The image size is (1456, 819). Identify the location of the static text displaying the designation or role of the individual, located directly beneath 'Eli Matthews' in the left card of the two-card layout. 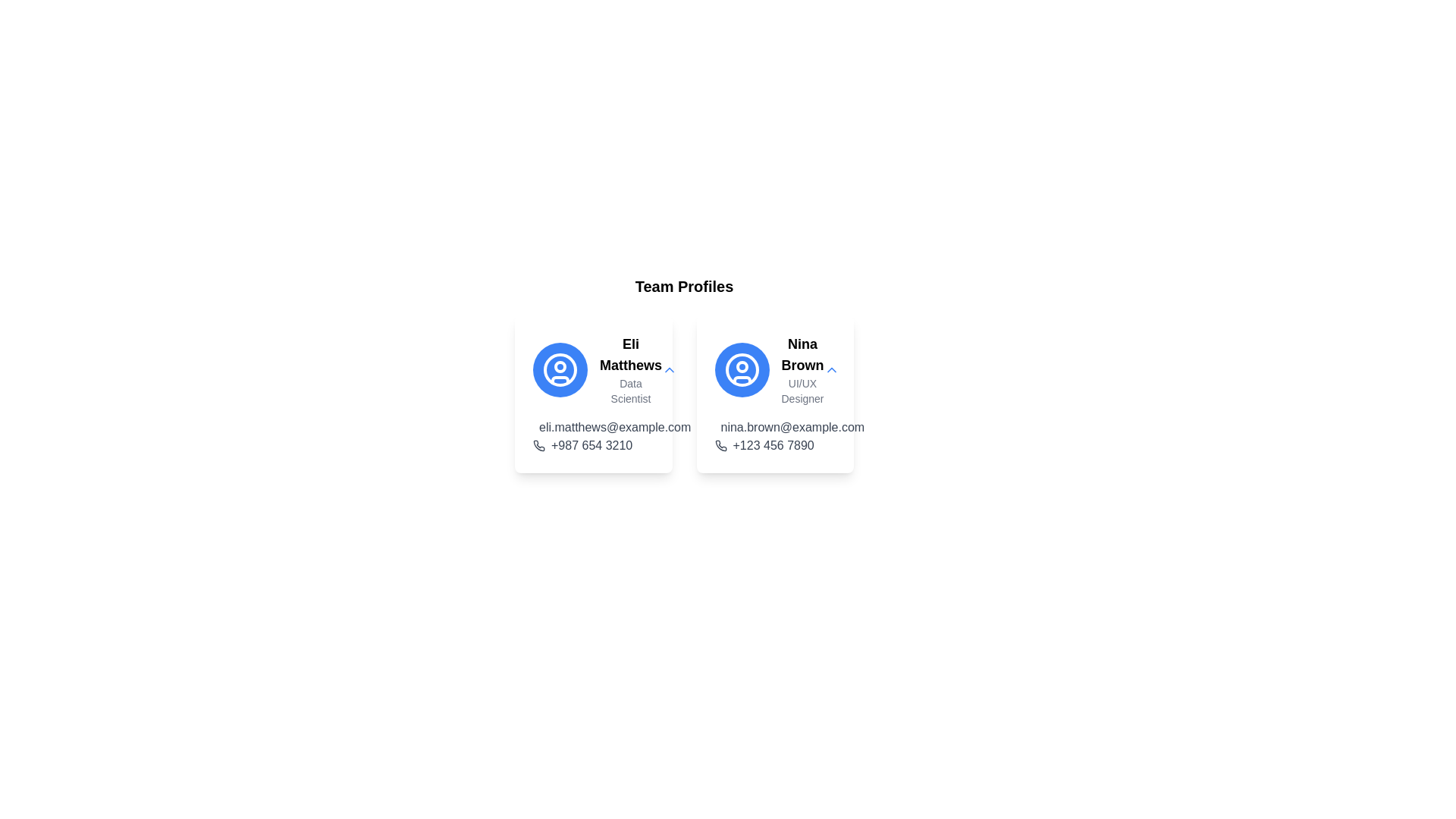
(630, 391).